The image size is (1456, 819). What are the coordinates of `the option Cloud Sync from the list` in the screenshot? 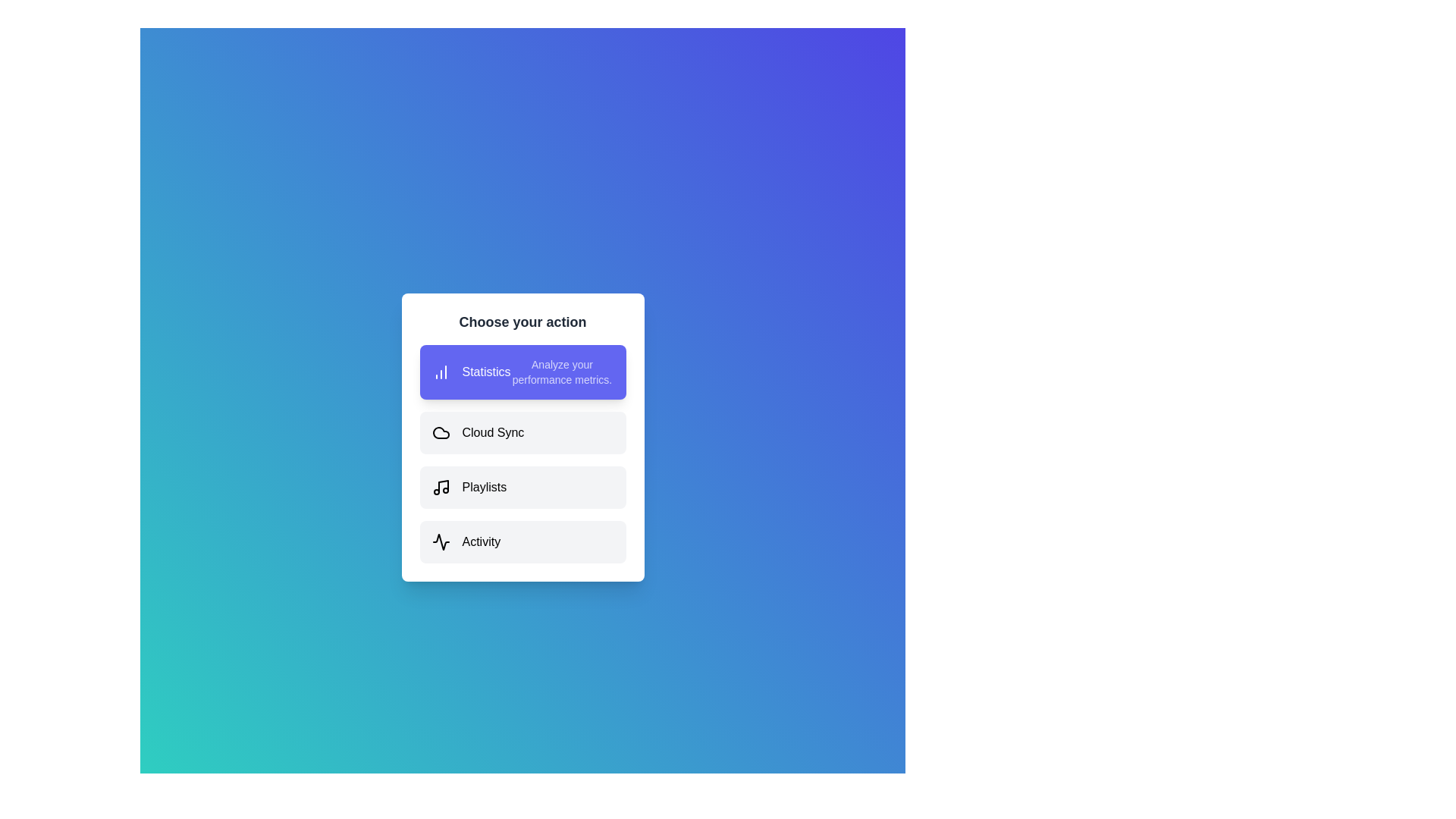 It's located at (522, 432).